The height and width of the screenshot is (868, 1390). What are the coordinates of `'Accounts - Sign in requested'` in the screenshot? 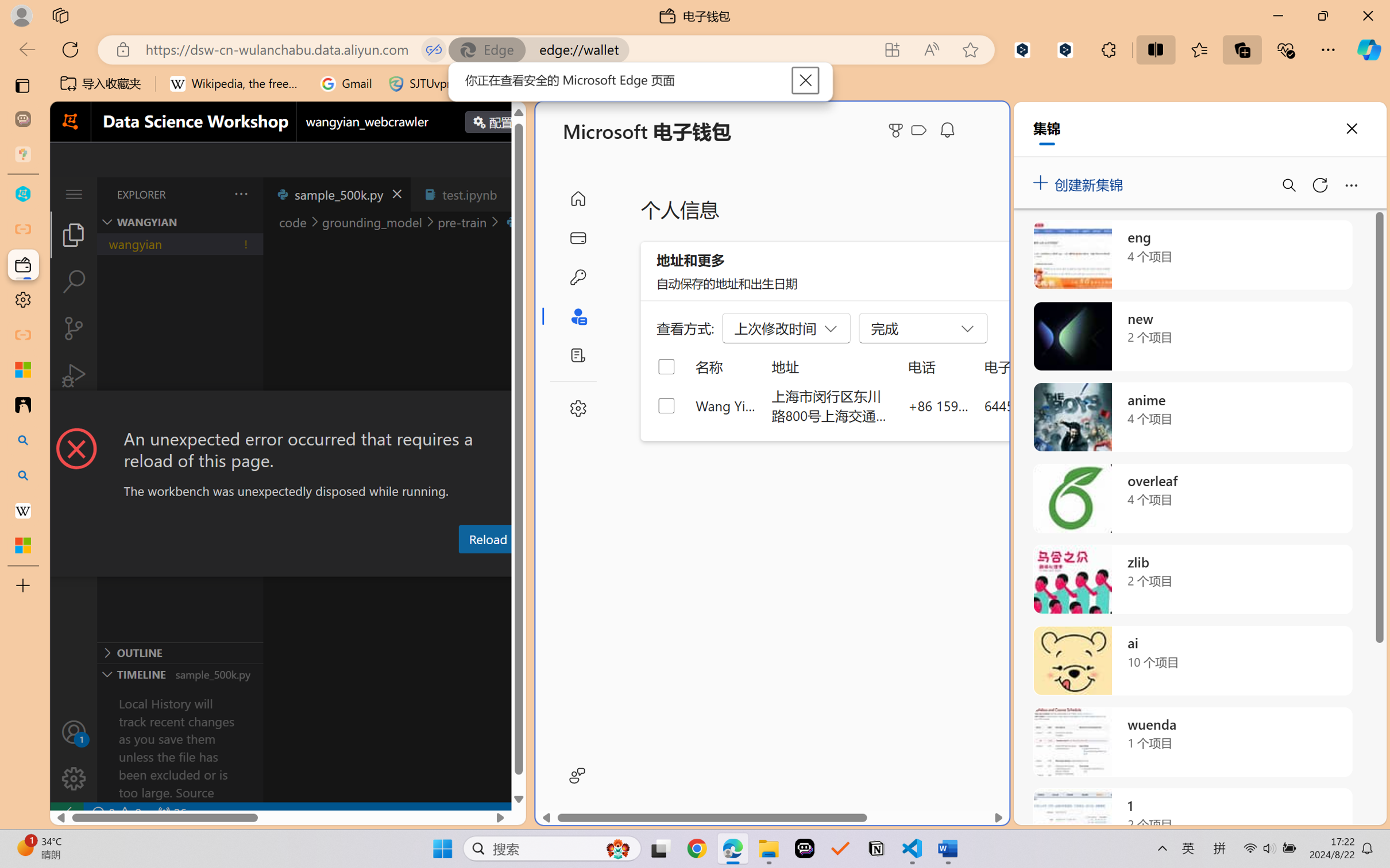 It's located at (73, 731).